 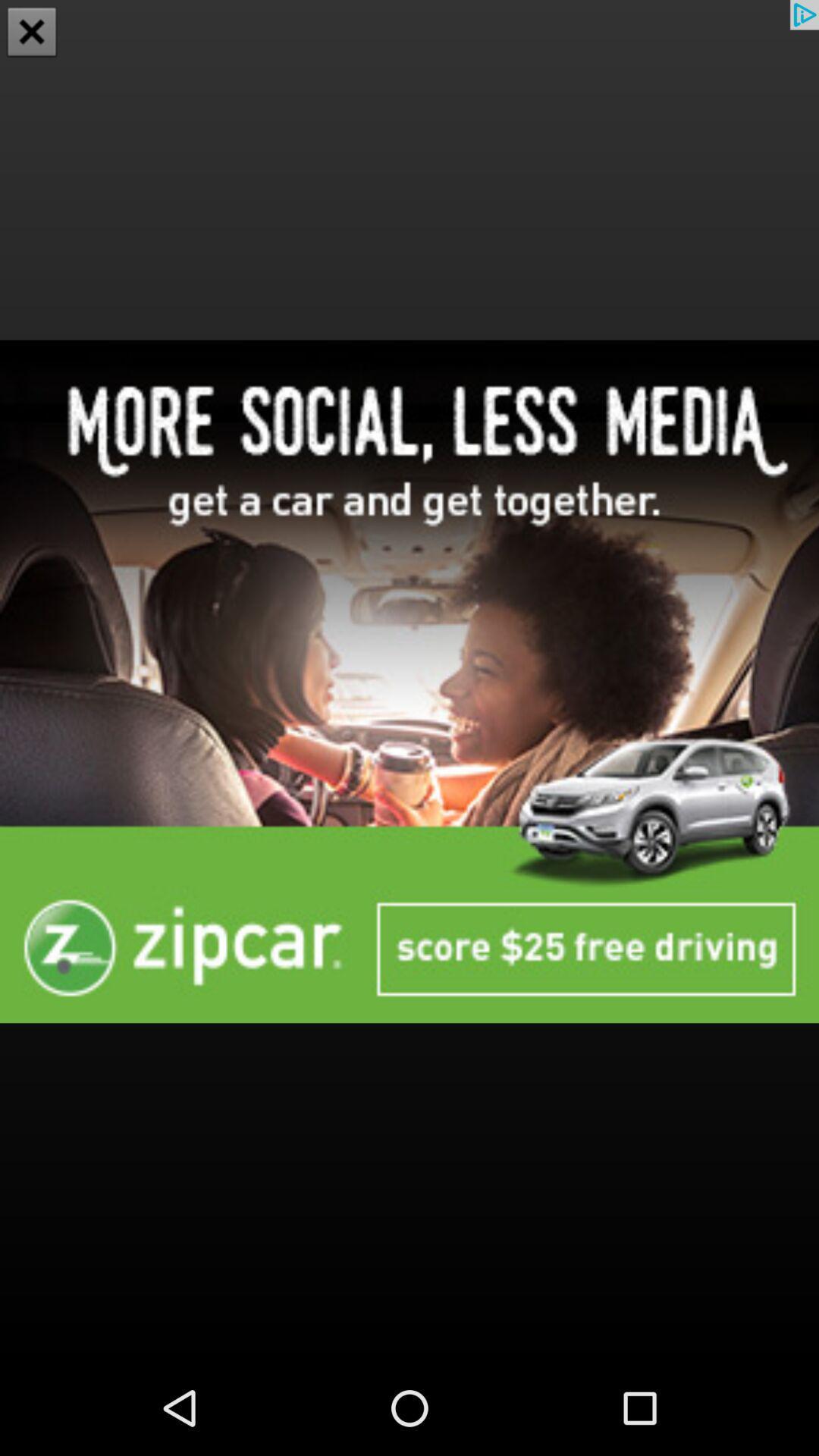 What do you see at coordinates (32, 33) in the screenshot?
I see `the close icon` at bounding box center [32, 33].